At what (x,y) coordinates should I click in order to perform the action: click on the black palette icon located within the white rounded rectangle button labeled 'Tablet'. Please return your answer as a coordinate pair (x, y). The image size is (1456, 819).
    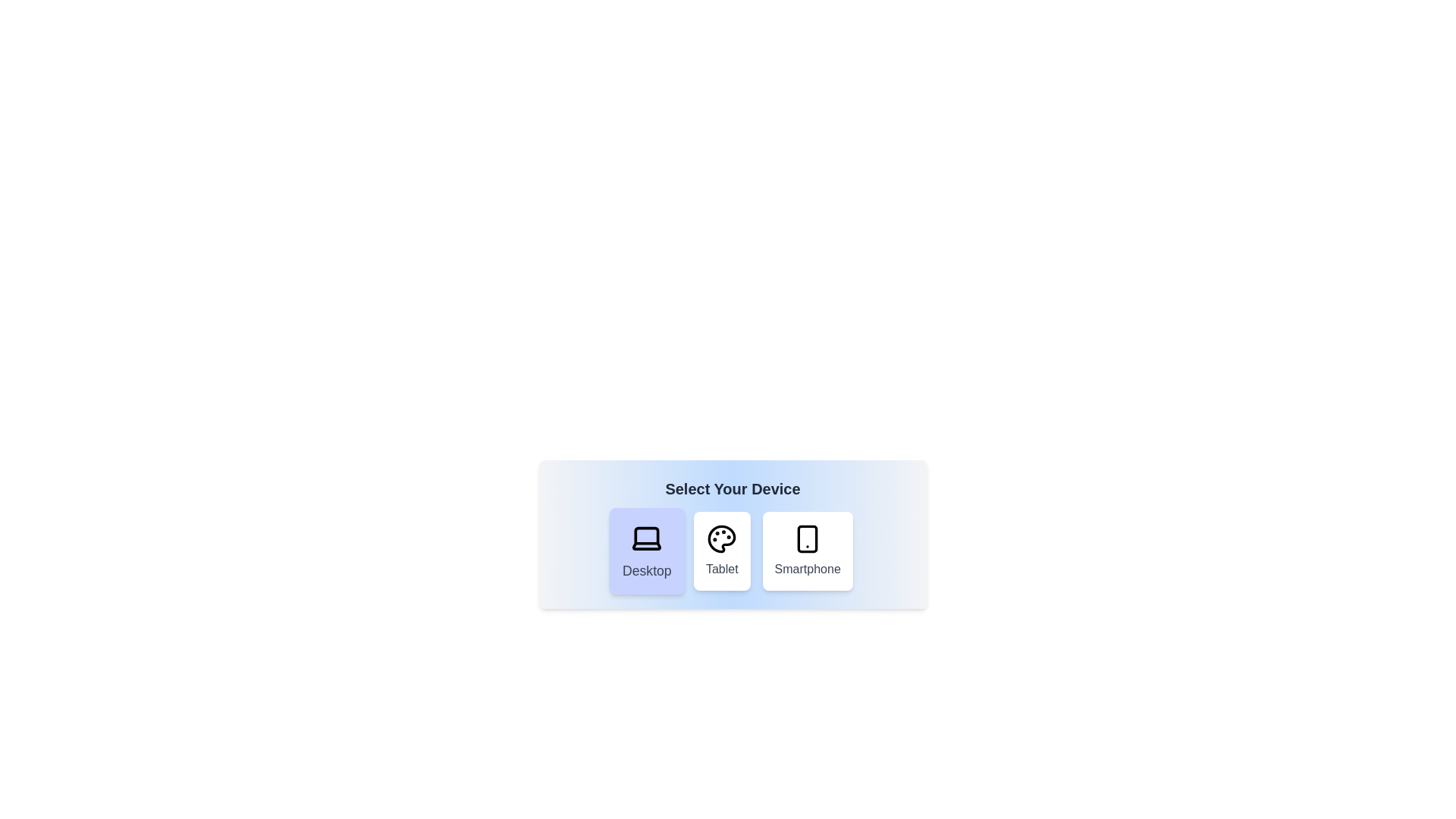
    Looking at the image, I should click on (721, 538).